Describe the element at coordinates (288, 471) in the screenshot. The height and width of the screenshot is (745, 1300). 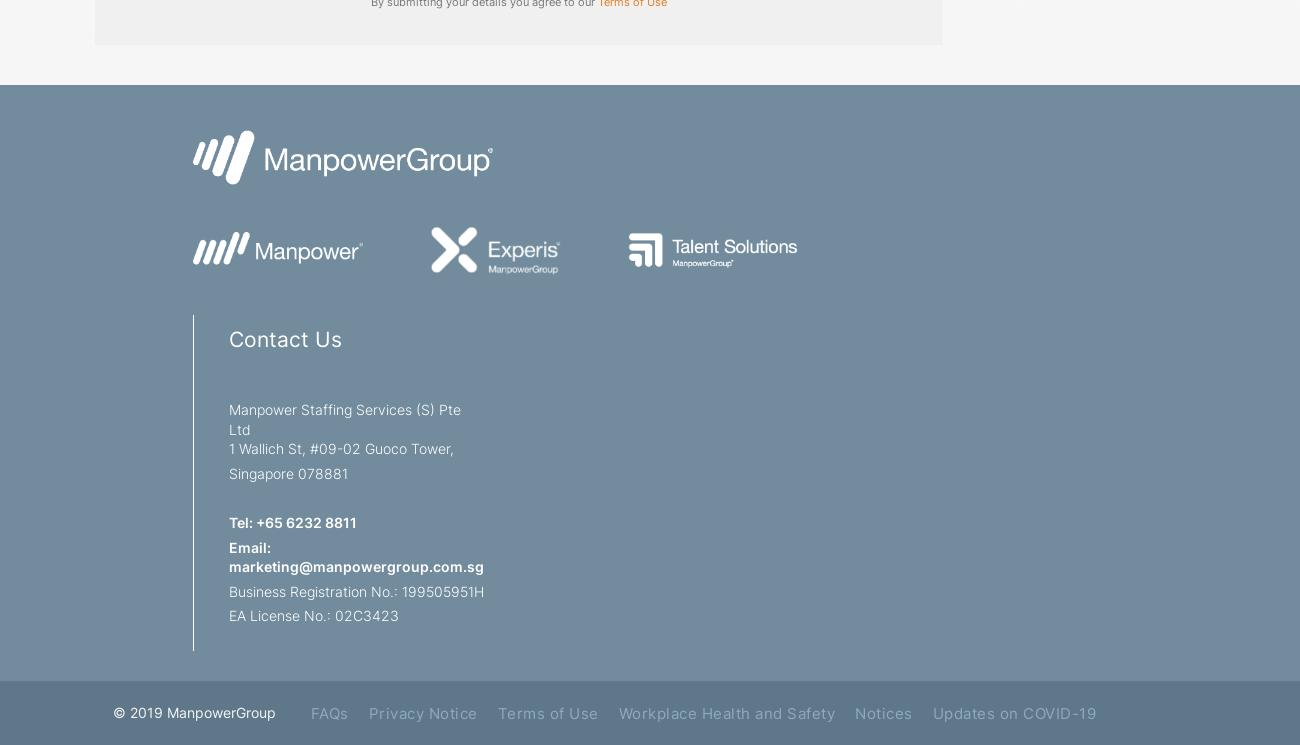
I see `'Singapore 078881'` at that location.